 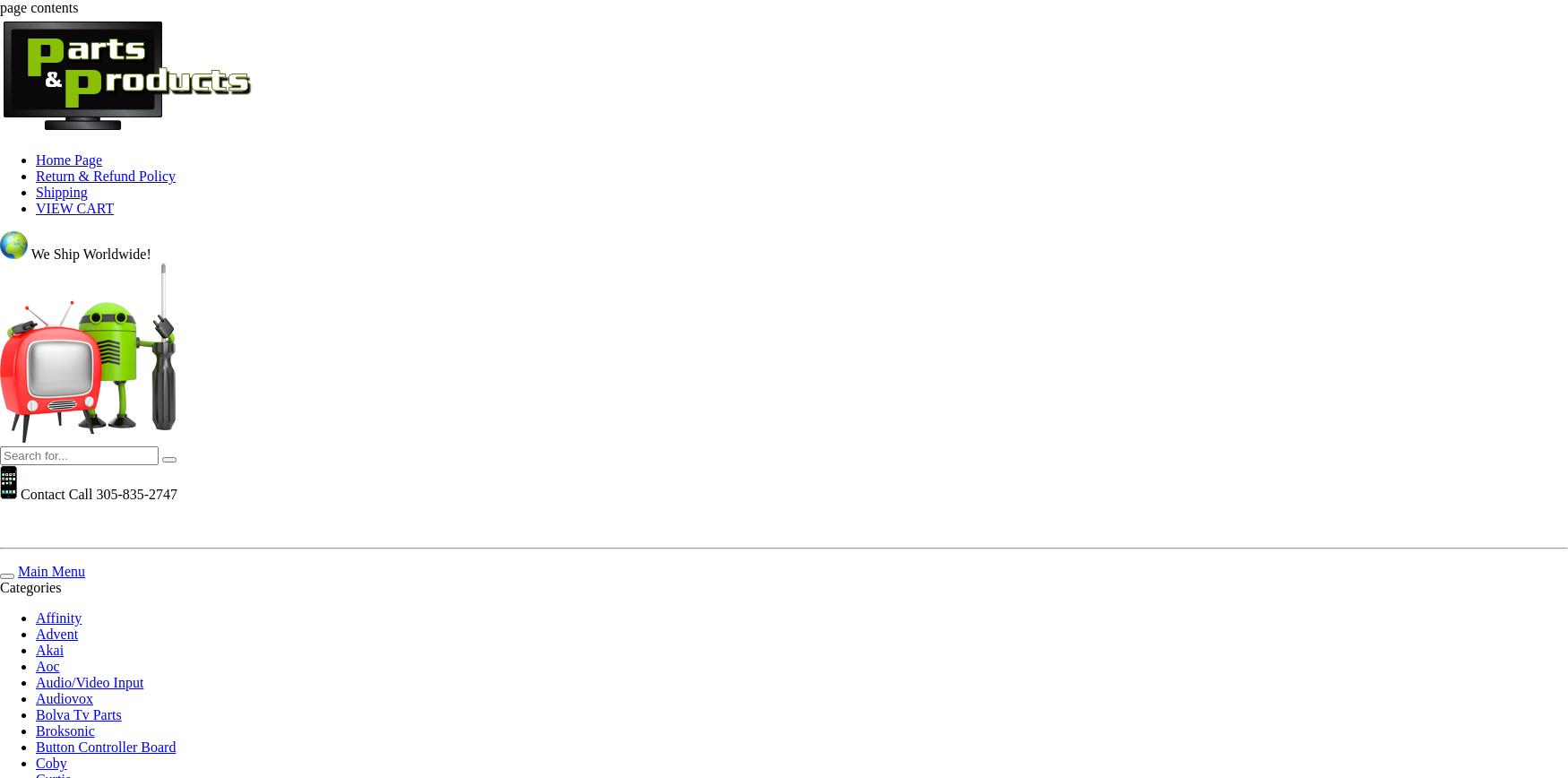 I want to click on 'Get 10% off', so click(x=40, y=511).